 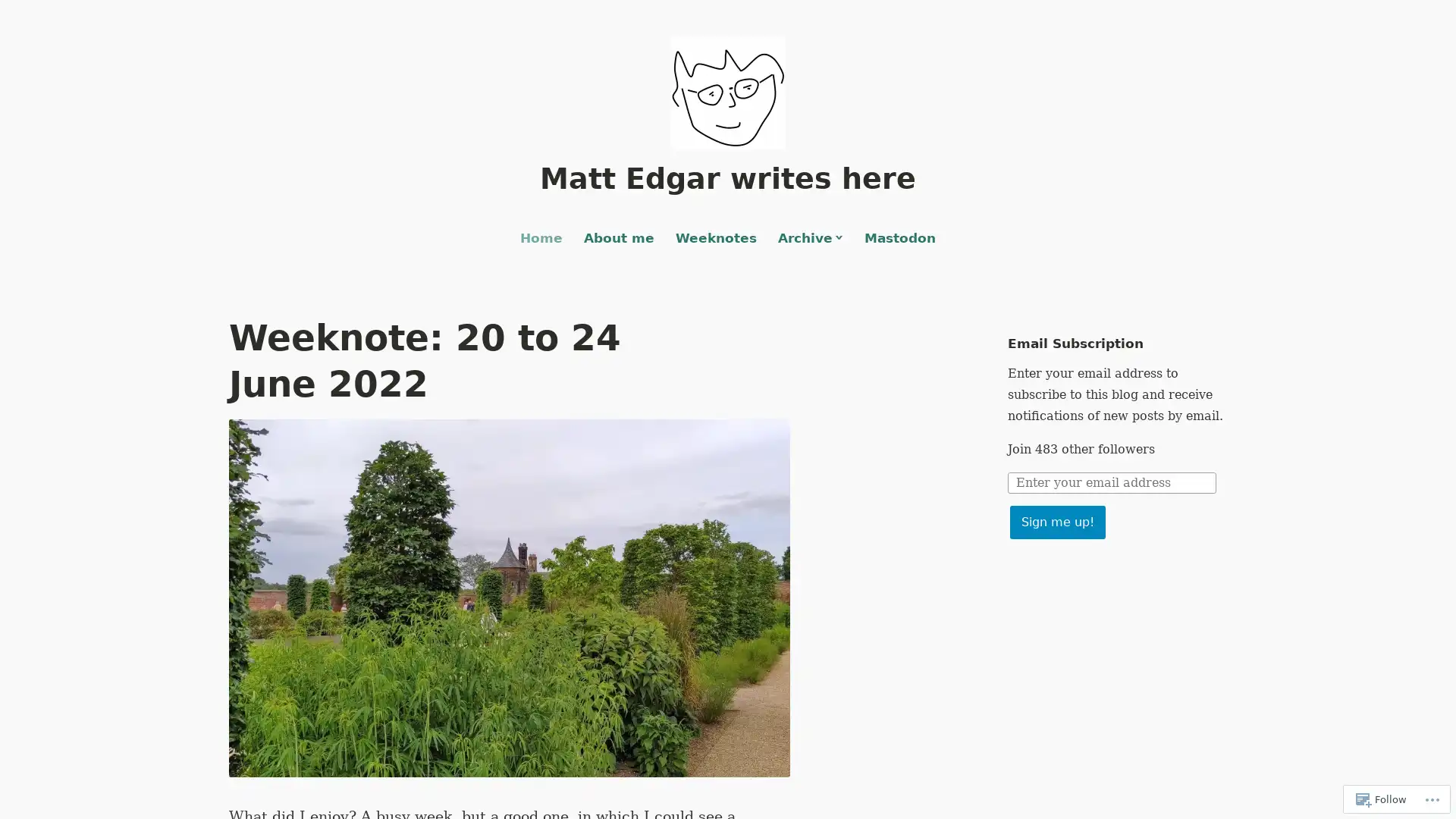 What do you see at coordinates (1057, 522) in the screenshot?
I see `Sign me up!` at bounding box center [1057, 522].